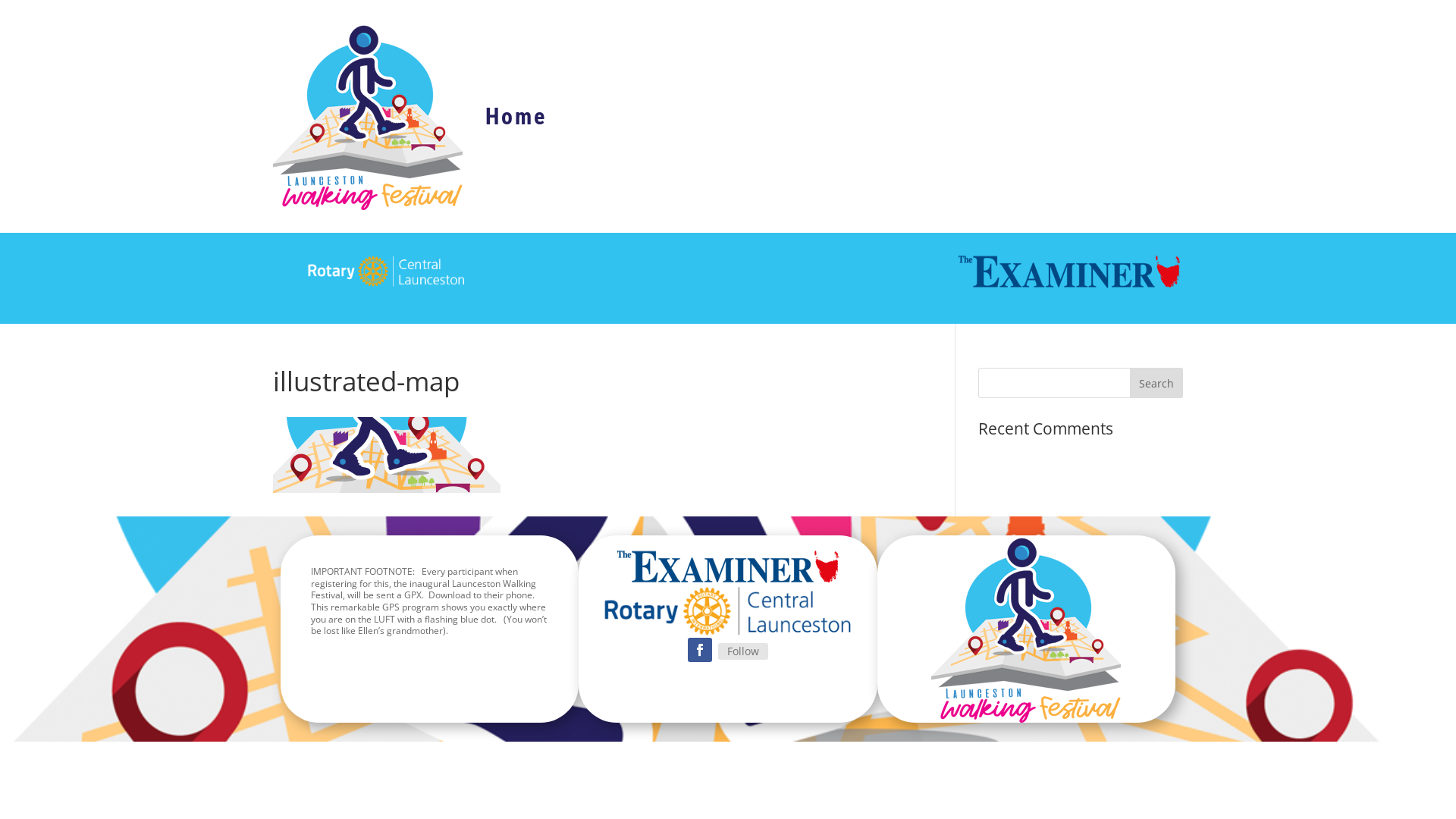 The width and height of the screenshot is (1456, 819). Describe the element at coordinates (516, 115) in the screenshot. I see `'Home'` at that location.